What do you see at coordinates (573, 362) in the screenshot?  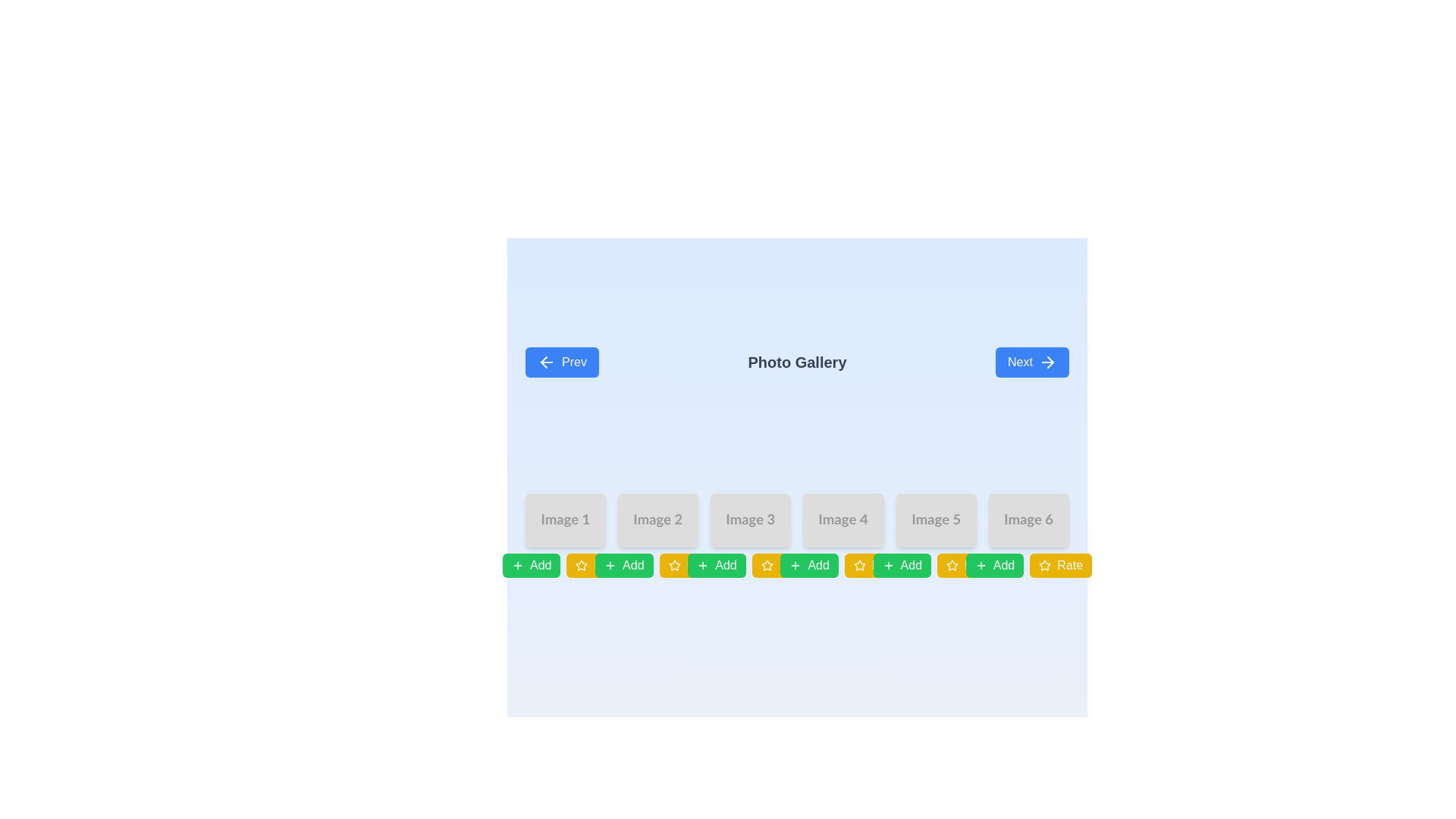 I see `the 'Prev' text label on the blue button with rounded edges` at bounding box center [573, 362].